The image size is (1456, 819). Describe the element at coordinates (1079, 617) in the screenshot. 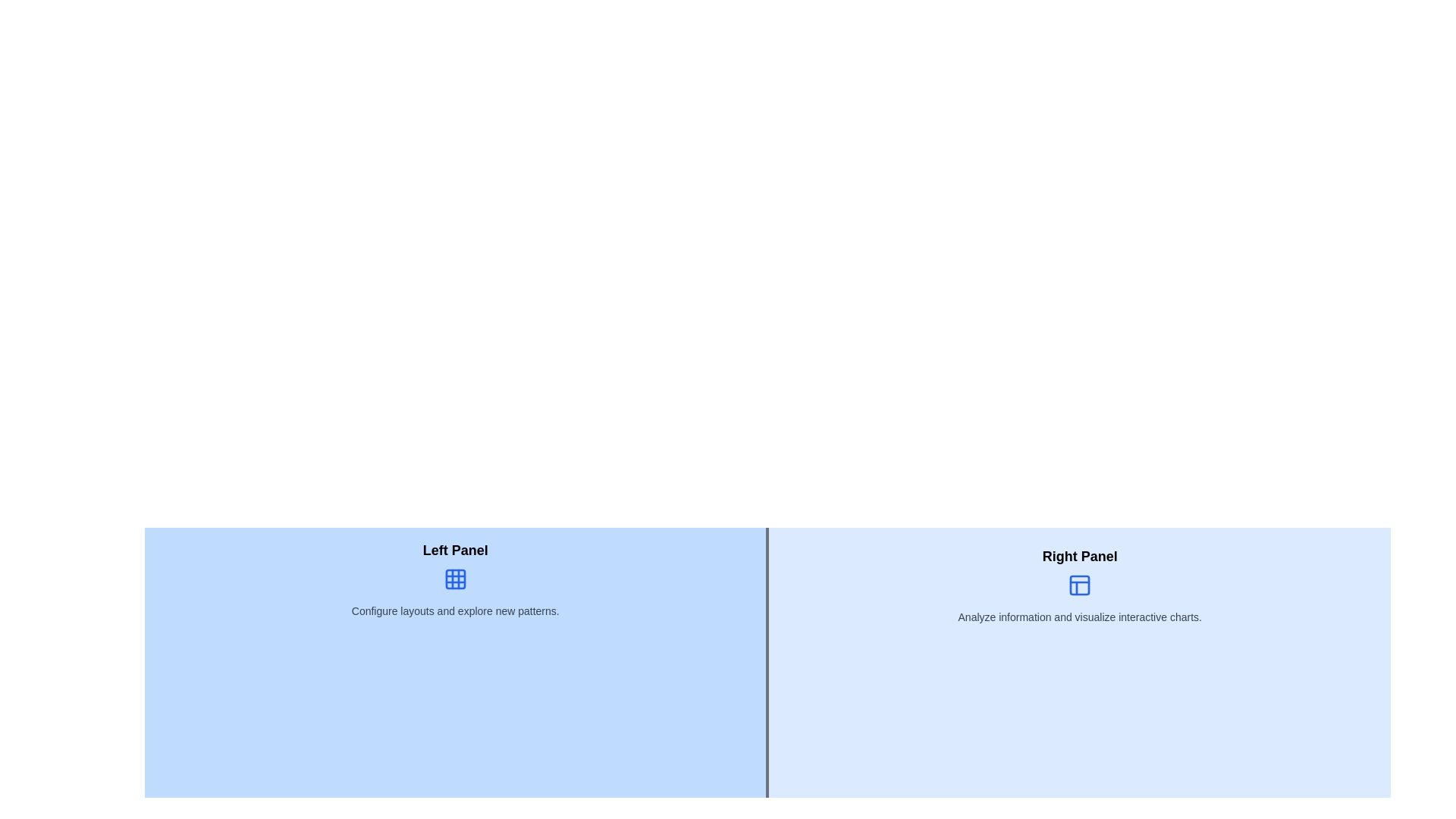

I see `text content of the text label styled with 'text-sm mt-4 text-gray-700 text-center' displaying 'Analyze information and visualize interactive charts.'` at that location.